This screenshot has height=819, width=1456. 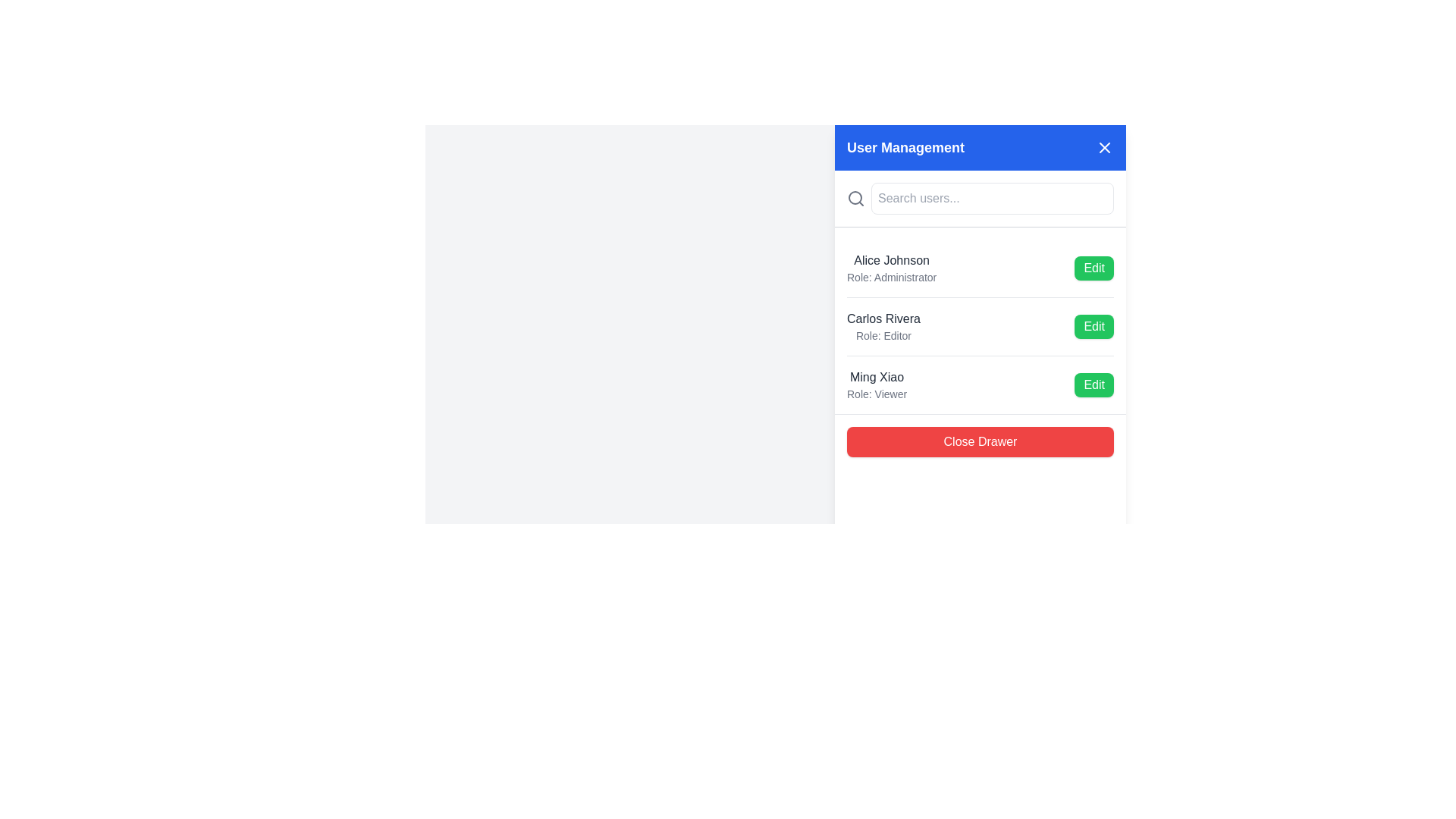 I want to click on the prominently styled 'Close Drawer' button located at the bottom of the 'User Management' sidebar using keyboard navigation, so click(x=980, y=441).